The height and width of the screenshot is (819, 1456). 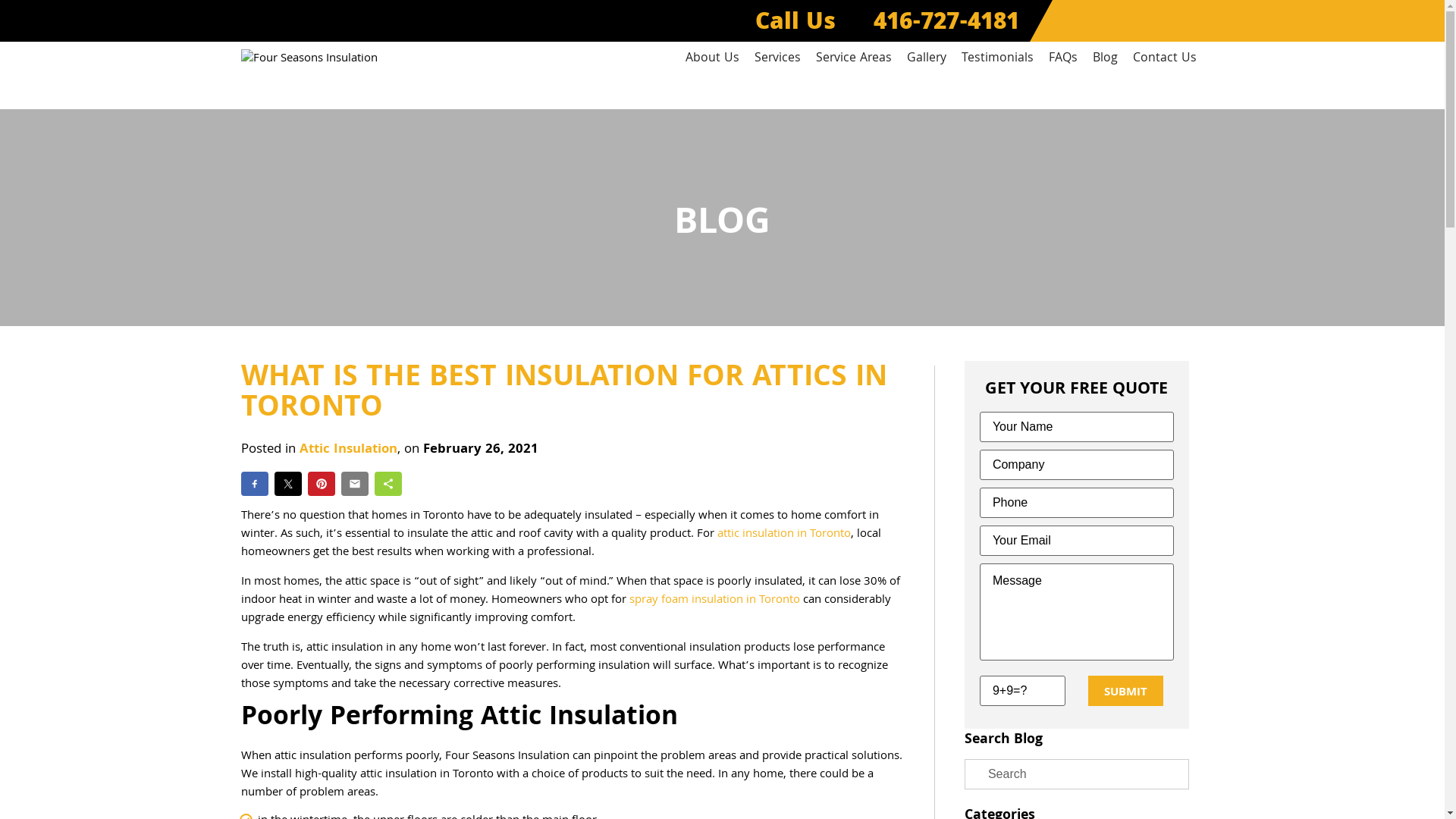 I want to click on 'SUBMIT', so click(x=1125, y=690).